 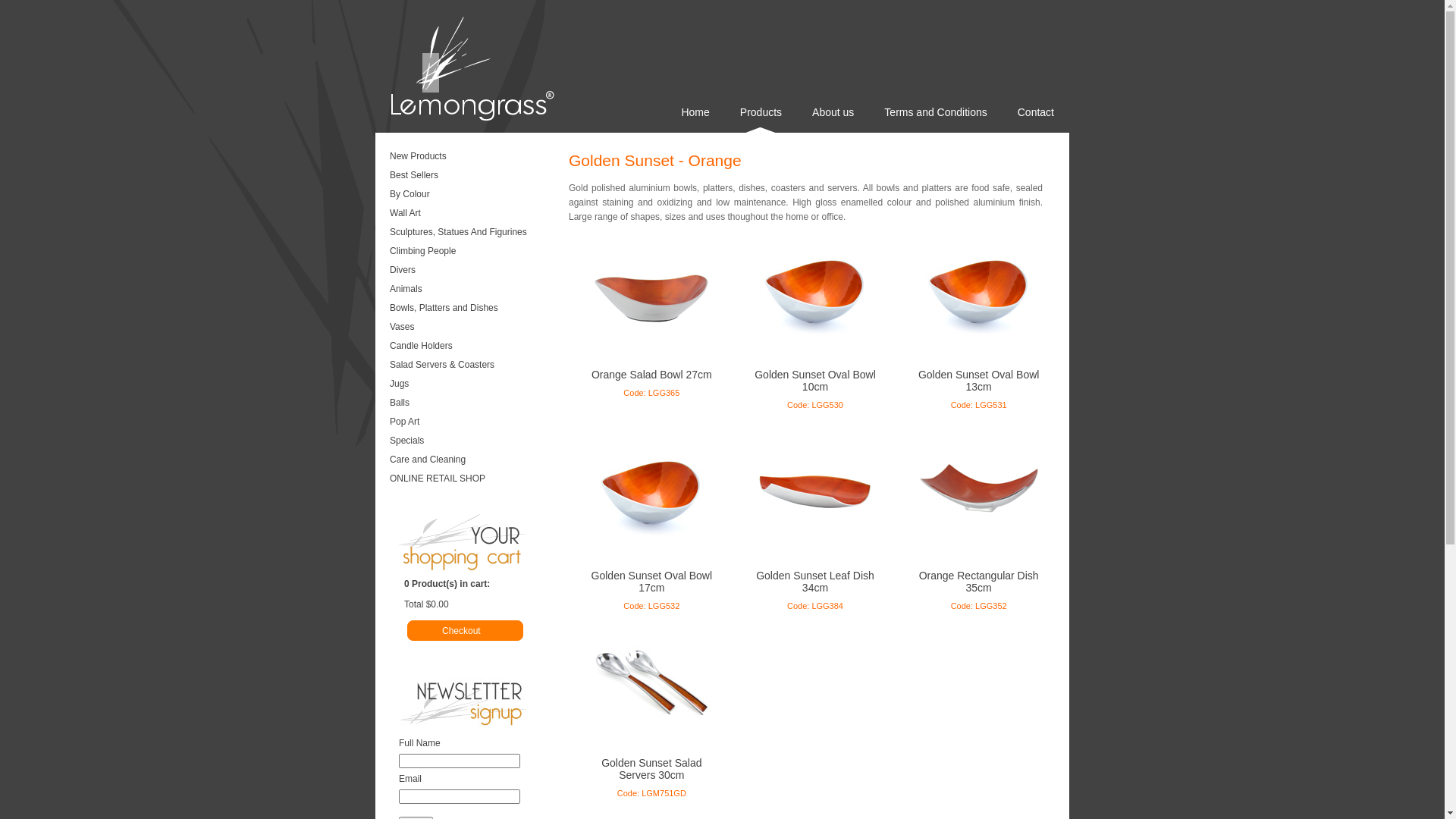 I want to click on 'New Products', so click(x=386, y=158).